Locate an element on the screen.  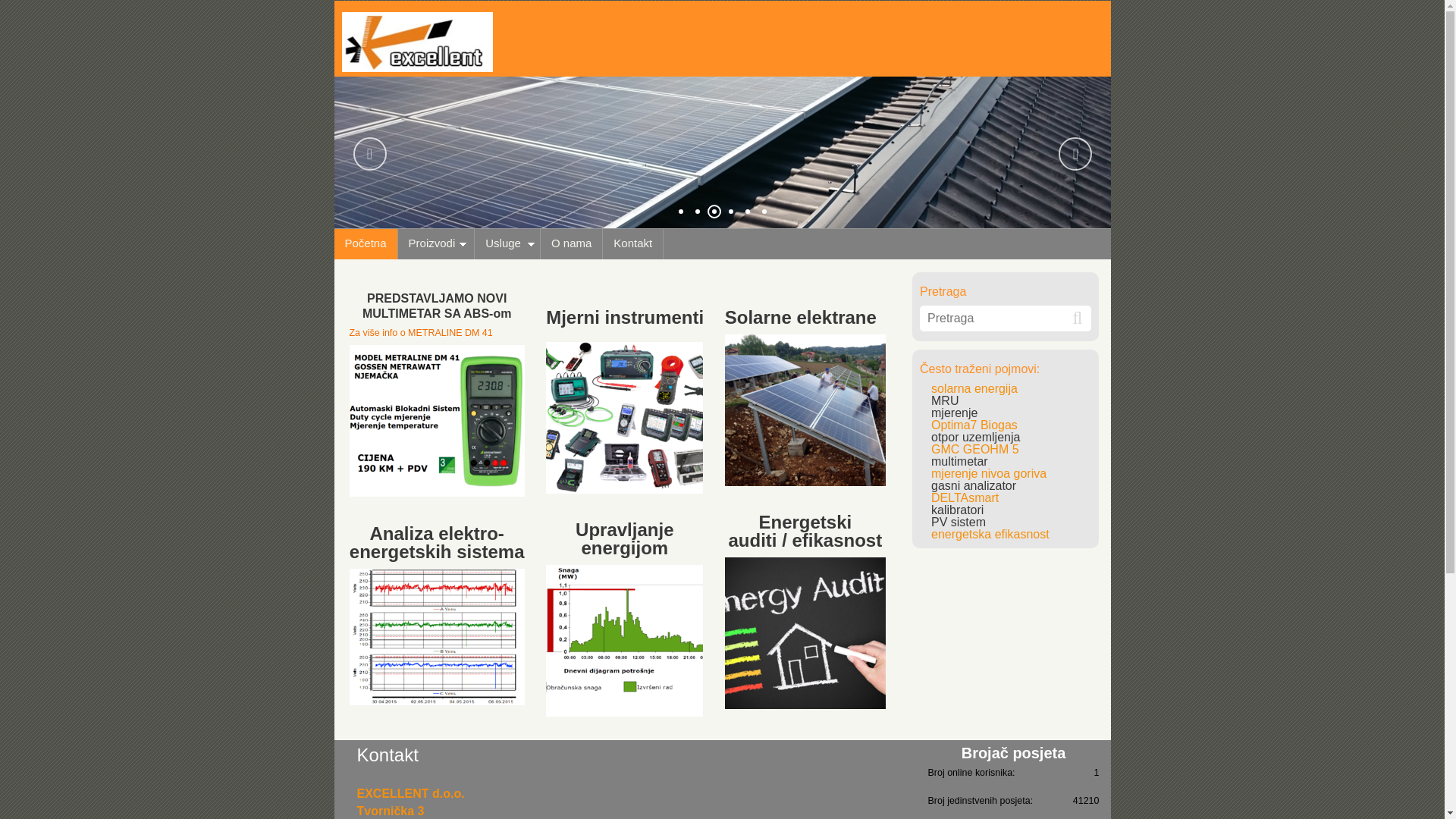
'Proizvodi' is located at coordinates (436, 242).